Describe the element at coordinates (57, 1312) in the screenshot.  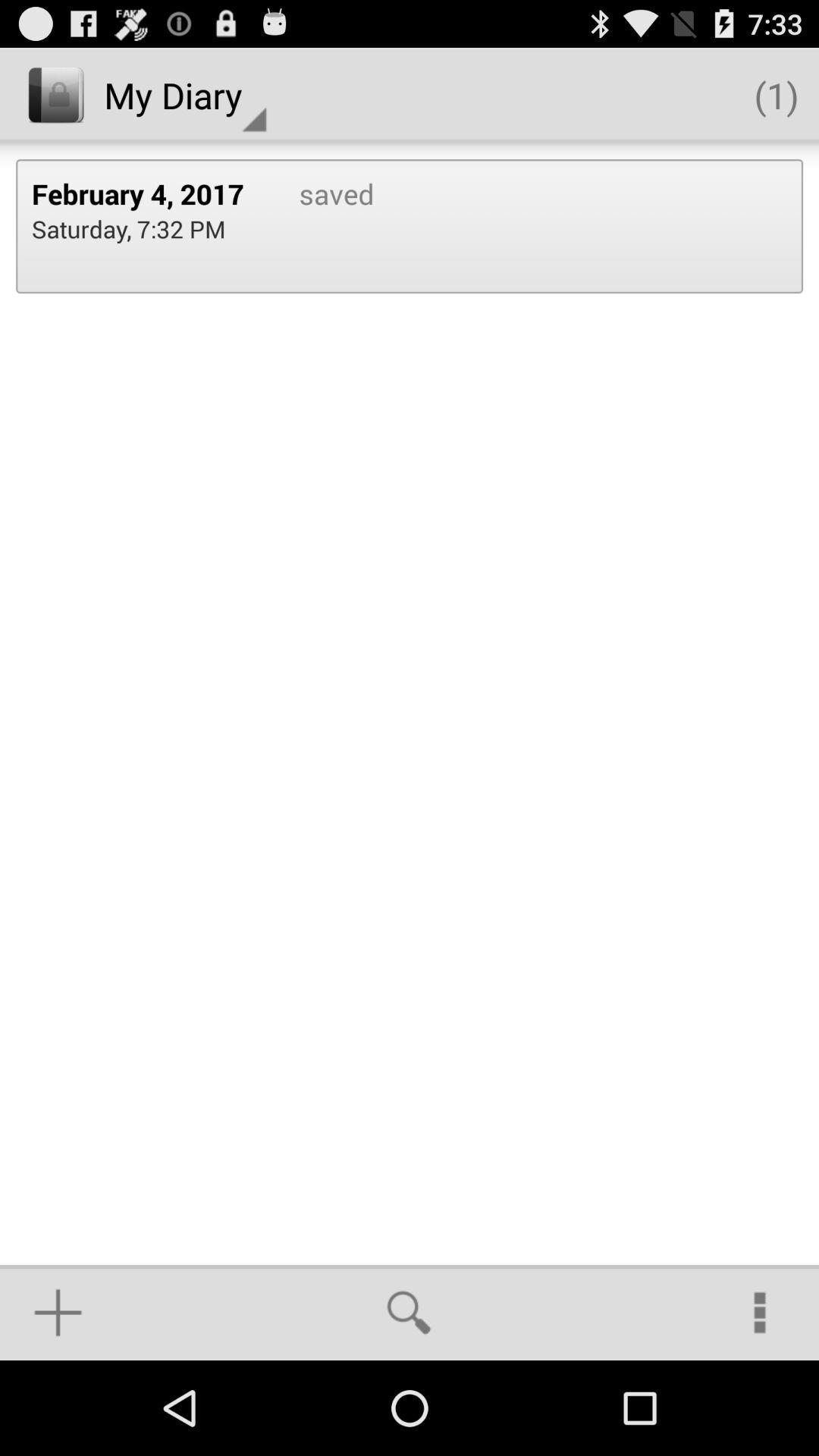
I see `item at the bottom left corner` at that location.